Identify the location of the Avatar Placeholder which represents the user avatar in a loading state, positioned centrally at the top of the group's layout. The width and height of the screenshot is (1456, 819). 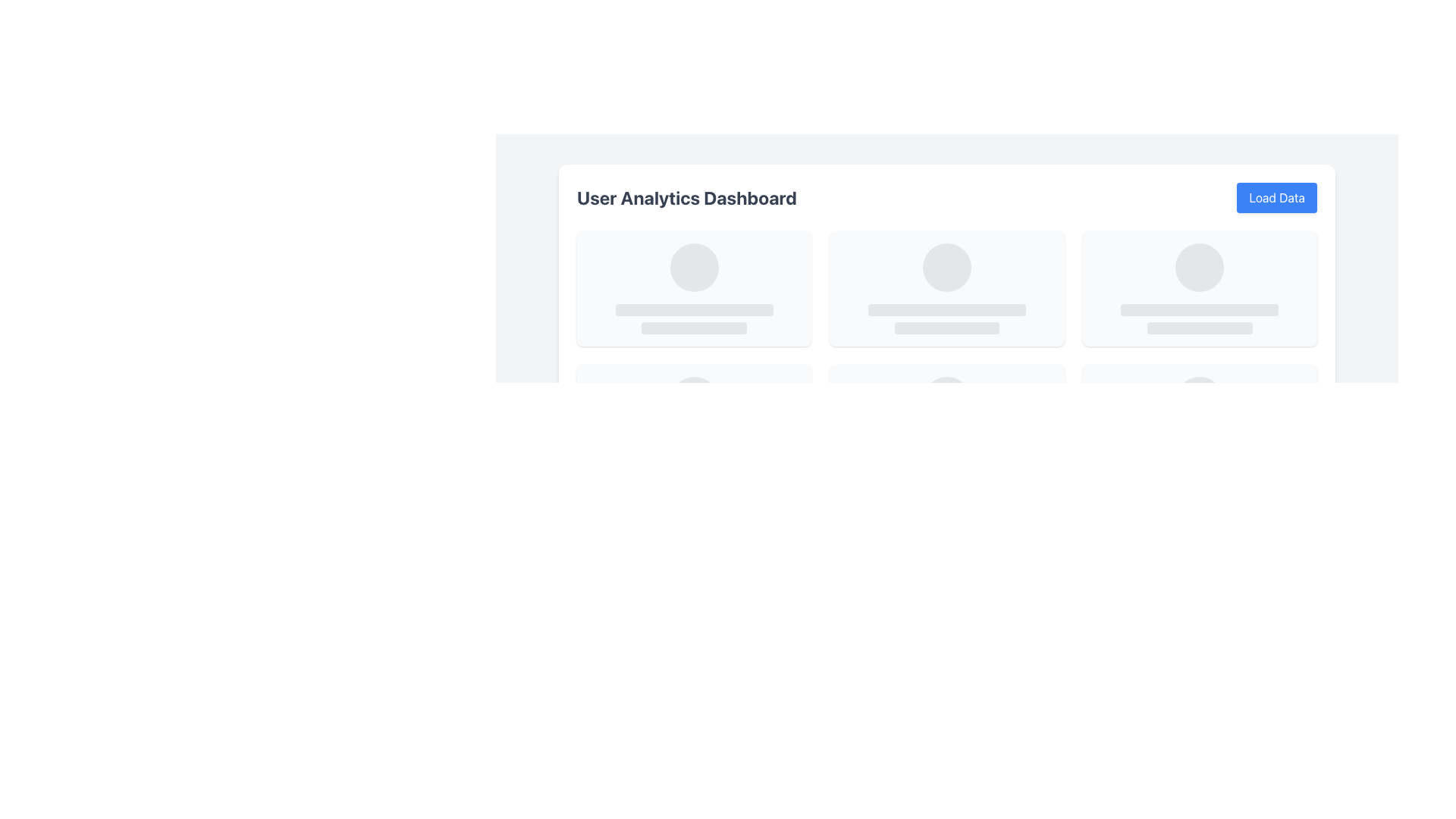
(946, 400).